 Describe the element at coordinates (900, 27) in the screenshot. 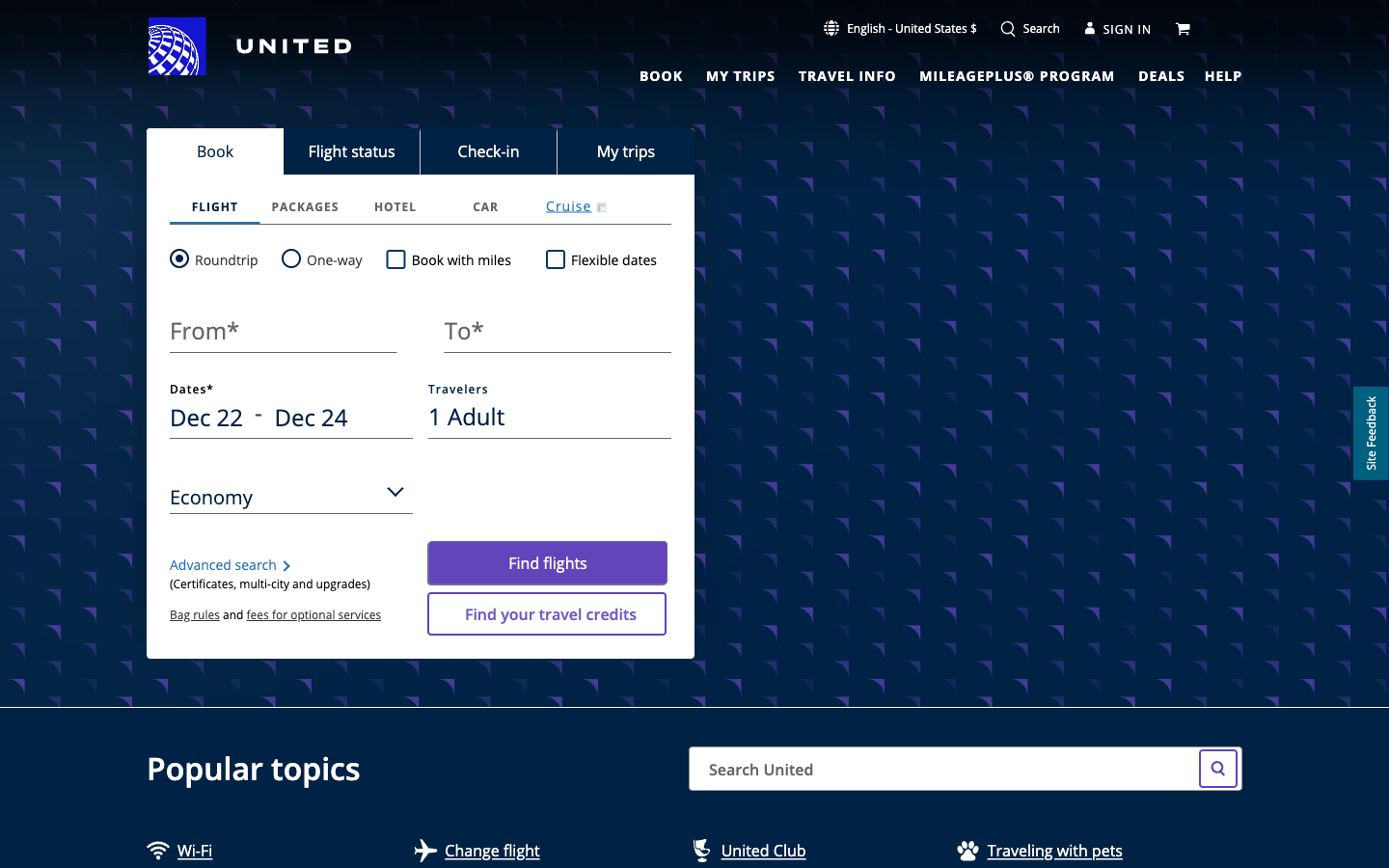

I see `Change the language setting` at that location.